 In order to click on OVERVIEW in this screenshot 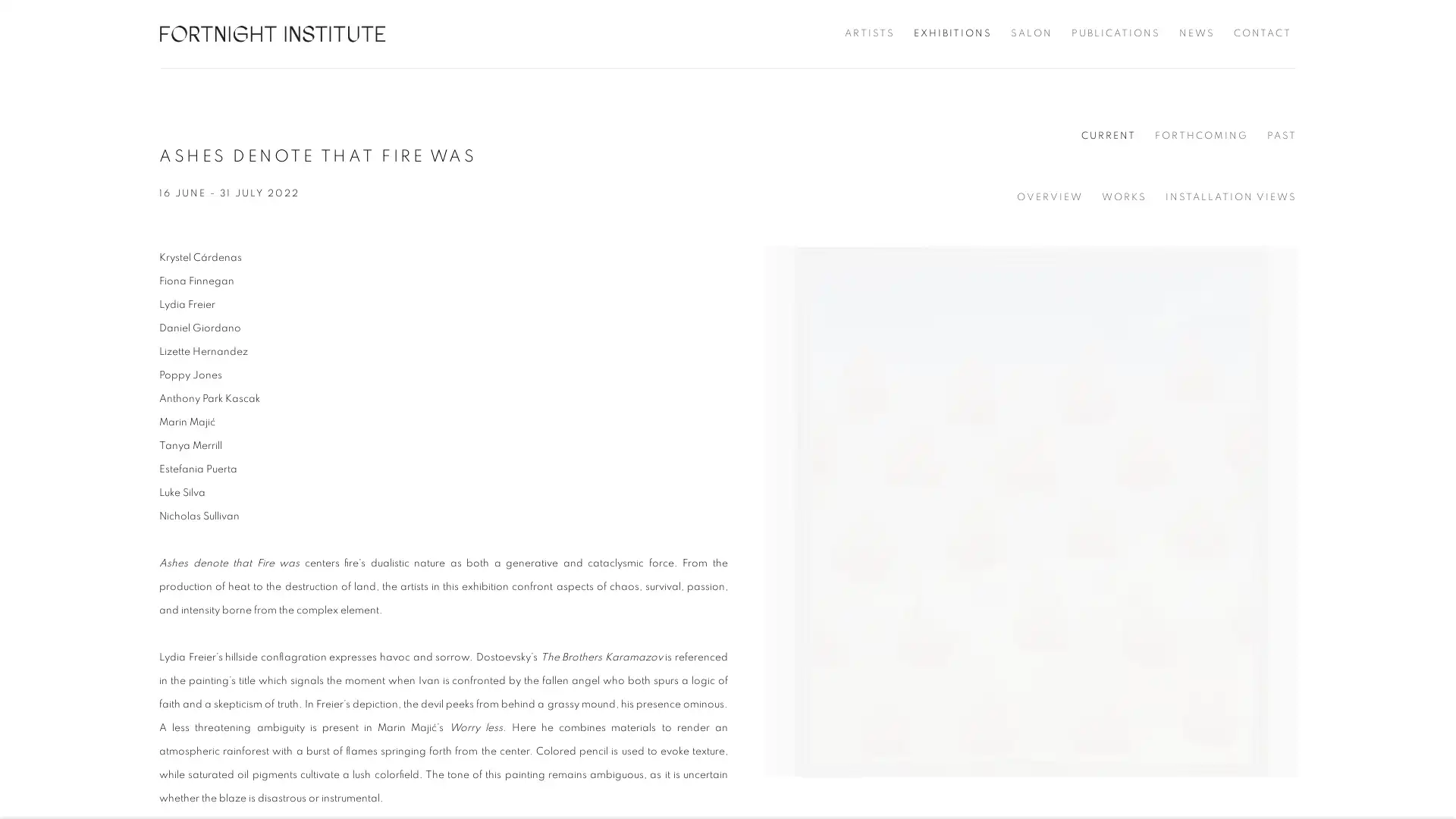, I will do `click(1049, 199)`.